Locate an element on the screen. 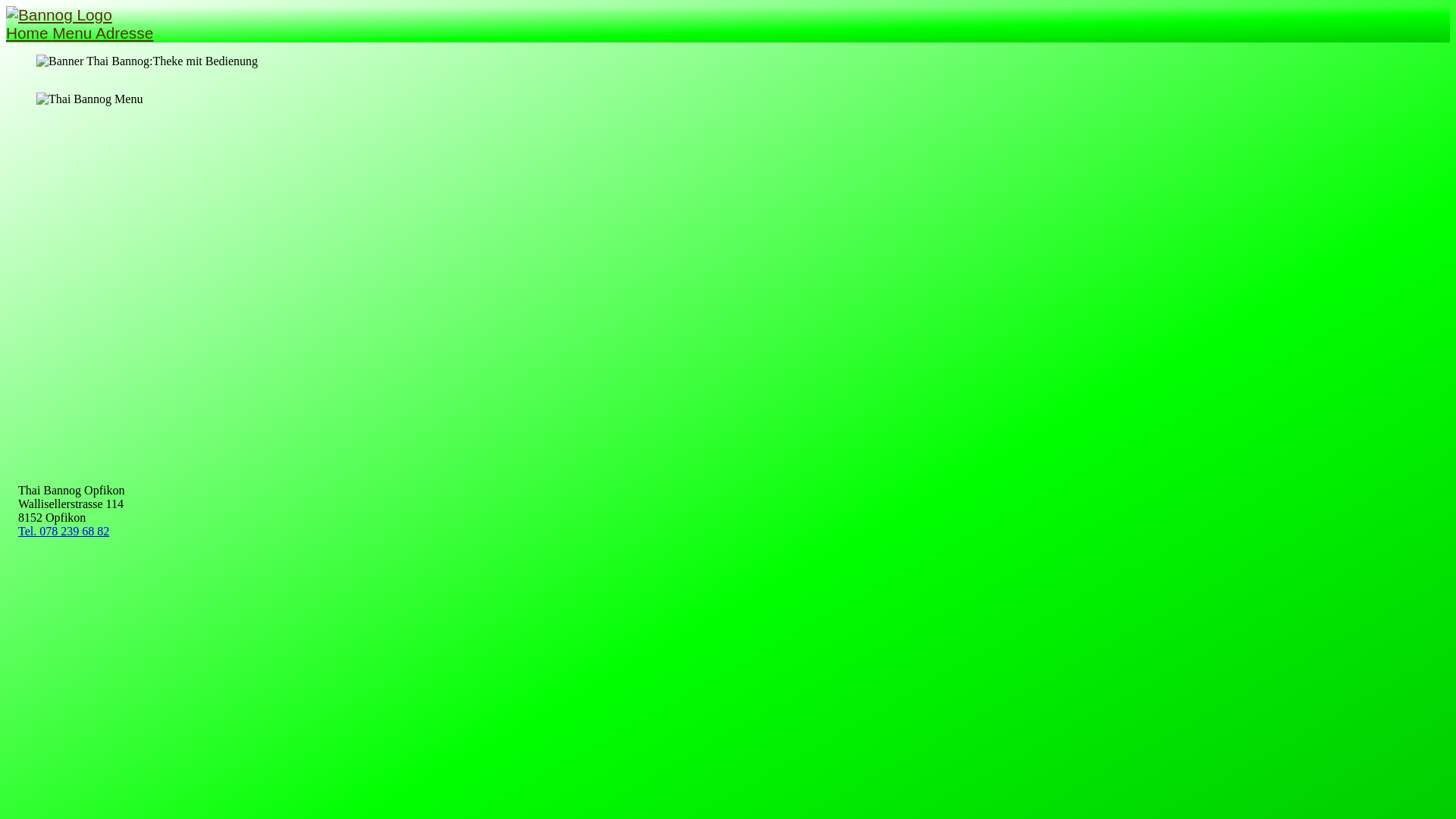 The width and height of the screenshot is (1456, 819). 'Tel. 078 239 68 82' is located at coordinates (62, 530).